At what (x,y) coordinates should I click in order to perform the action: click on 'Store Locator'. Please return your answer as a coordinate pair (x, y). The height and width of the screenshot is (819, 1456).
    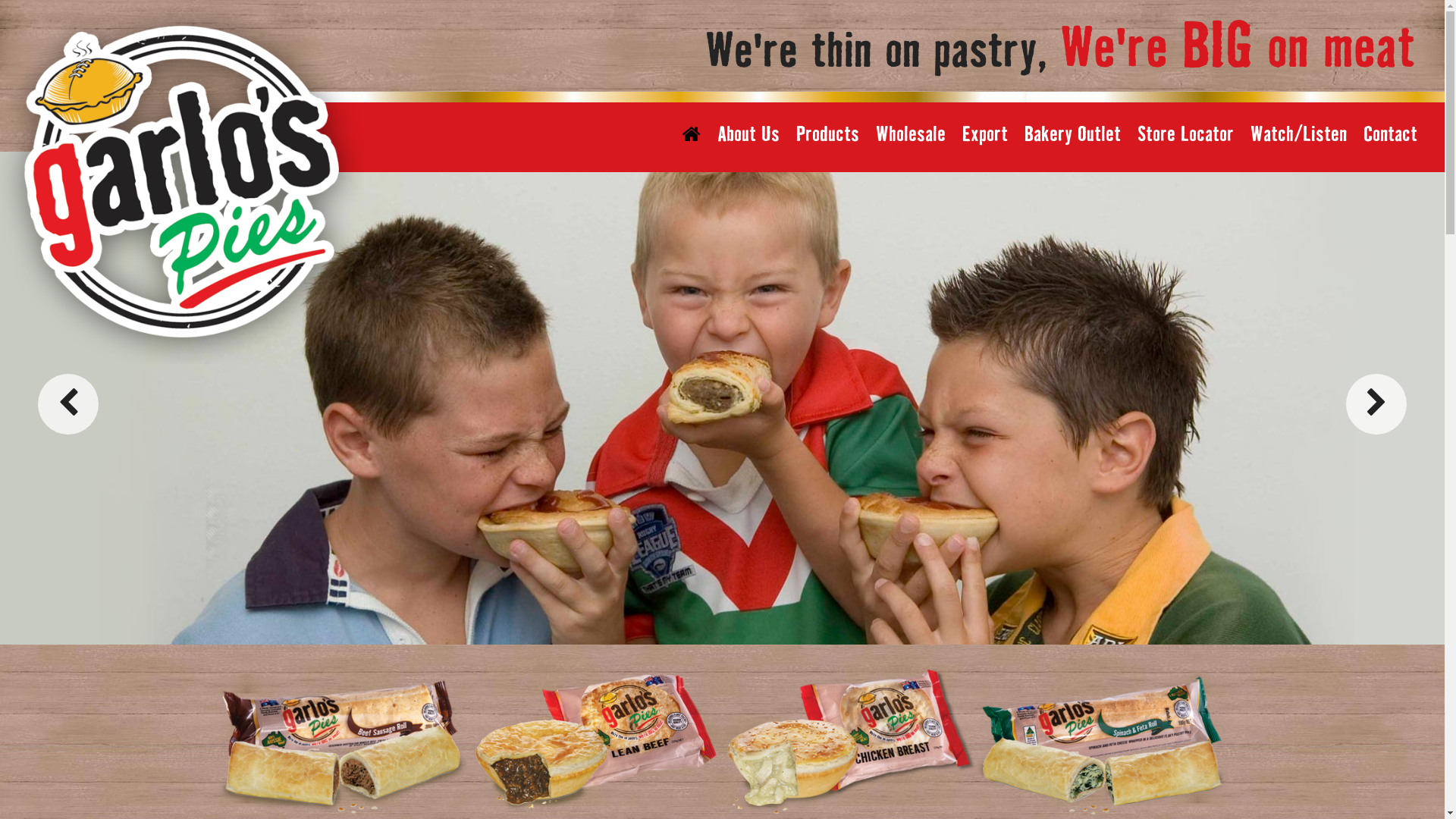
    Looking at the image, I should click on (1185, 134).